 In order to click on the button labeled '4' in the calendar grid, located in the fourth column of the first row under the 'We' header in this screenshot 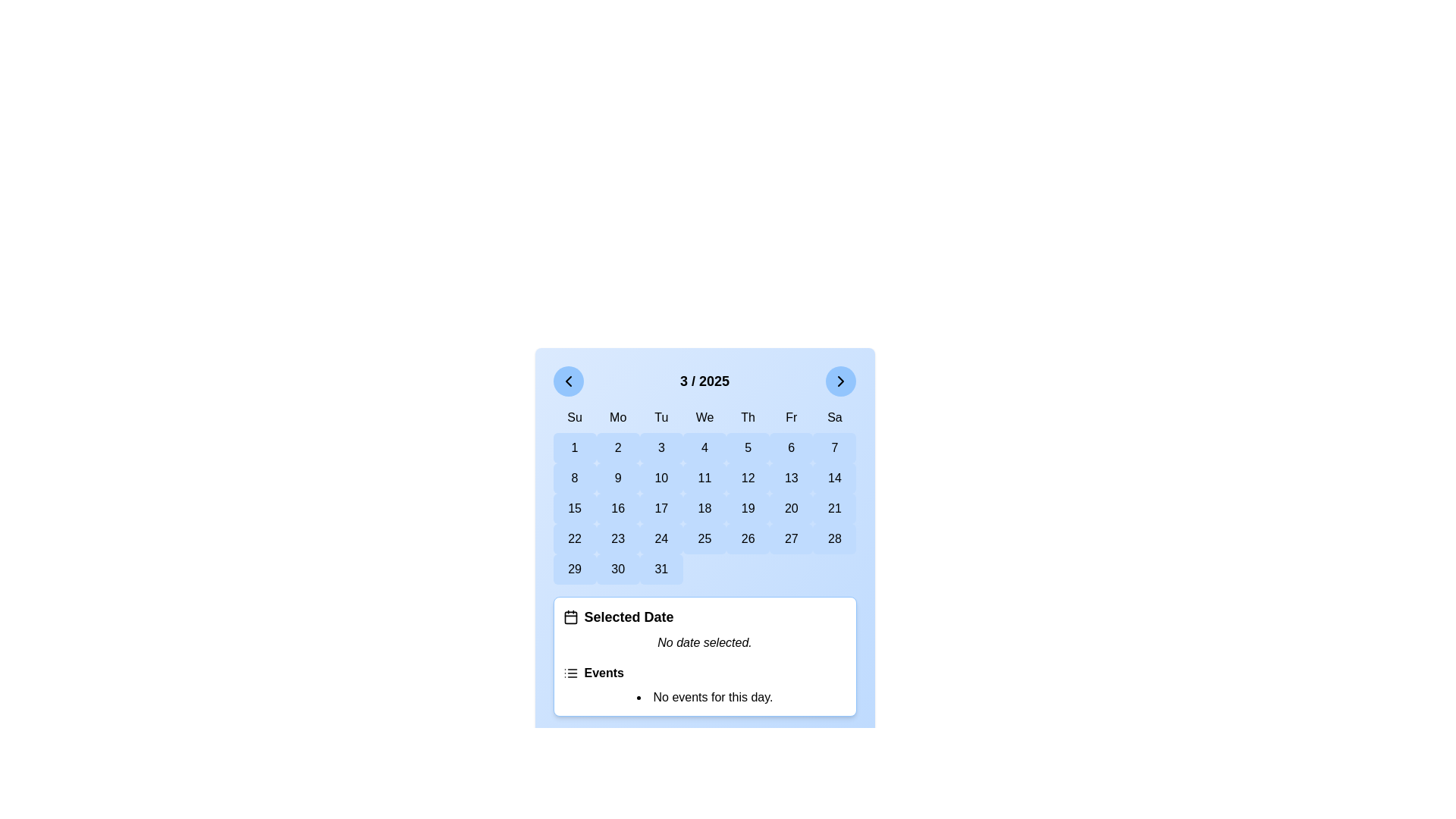, I will do `click(704, 447)`.